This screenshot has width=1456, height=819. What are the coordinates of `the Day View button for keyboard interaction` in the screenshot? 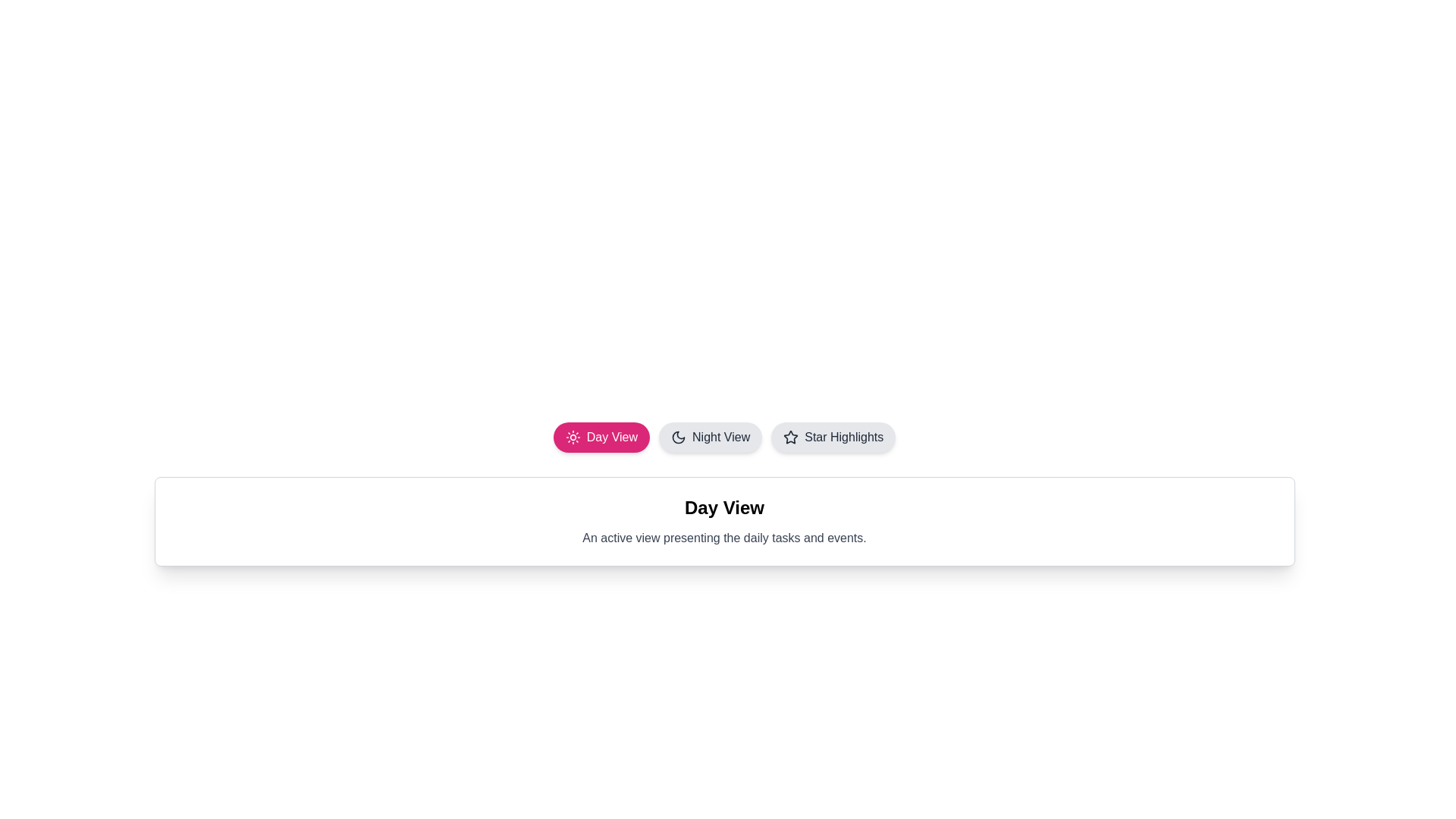 It's located at (600, 438).